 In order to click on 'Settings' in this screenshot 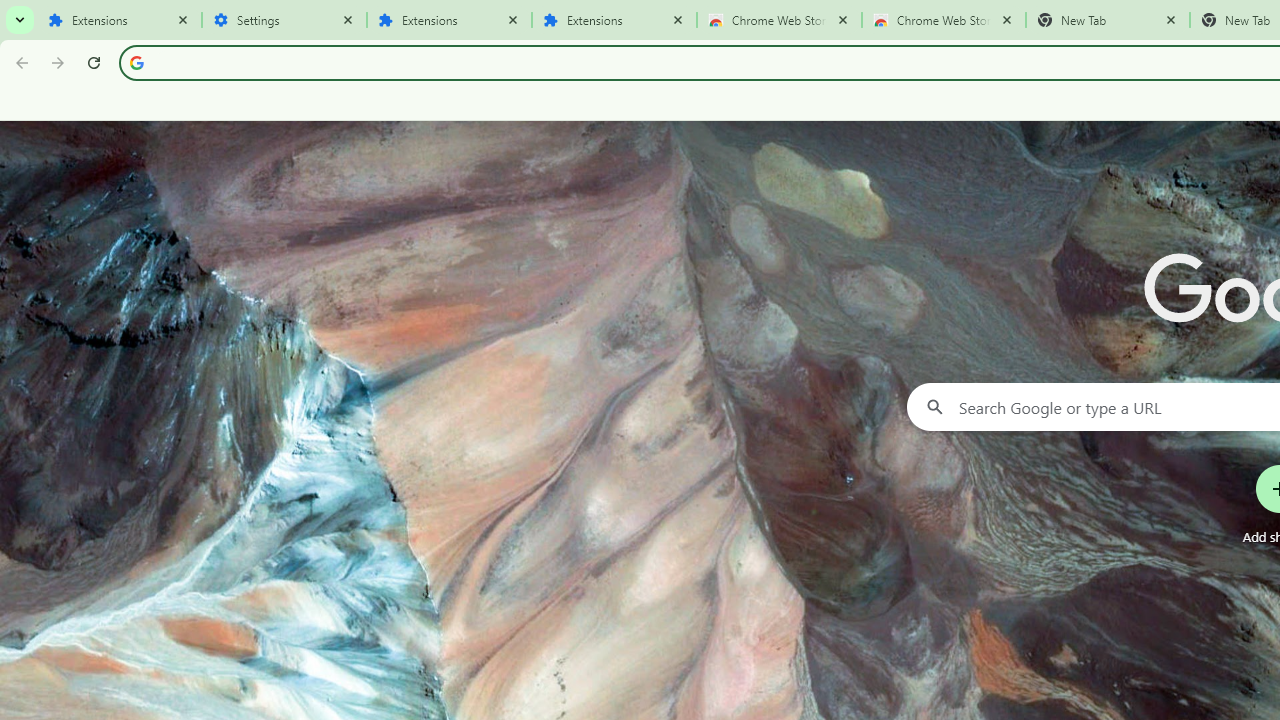, I will do `click(283, 20)`.